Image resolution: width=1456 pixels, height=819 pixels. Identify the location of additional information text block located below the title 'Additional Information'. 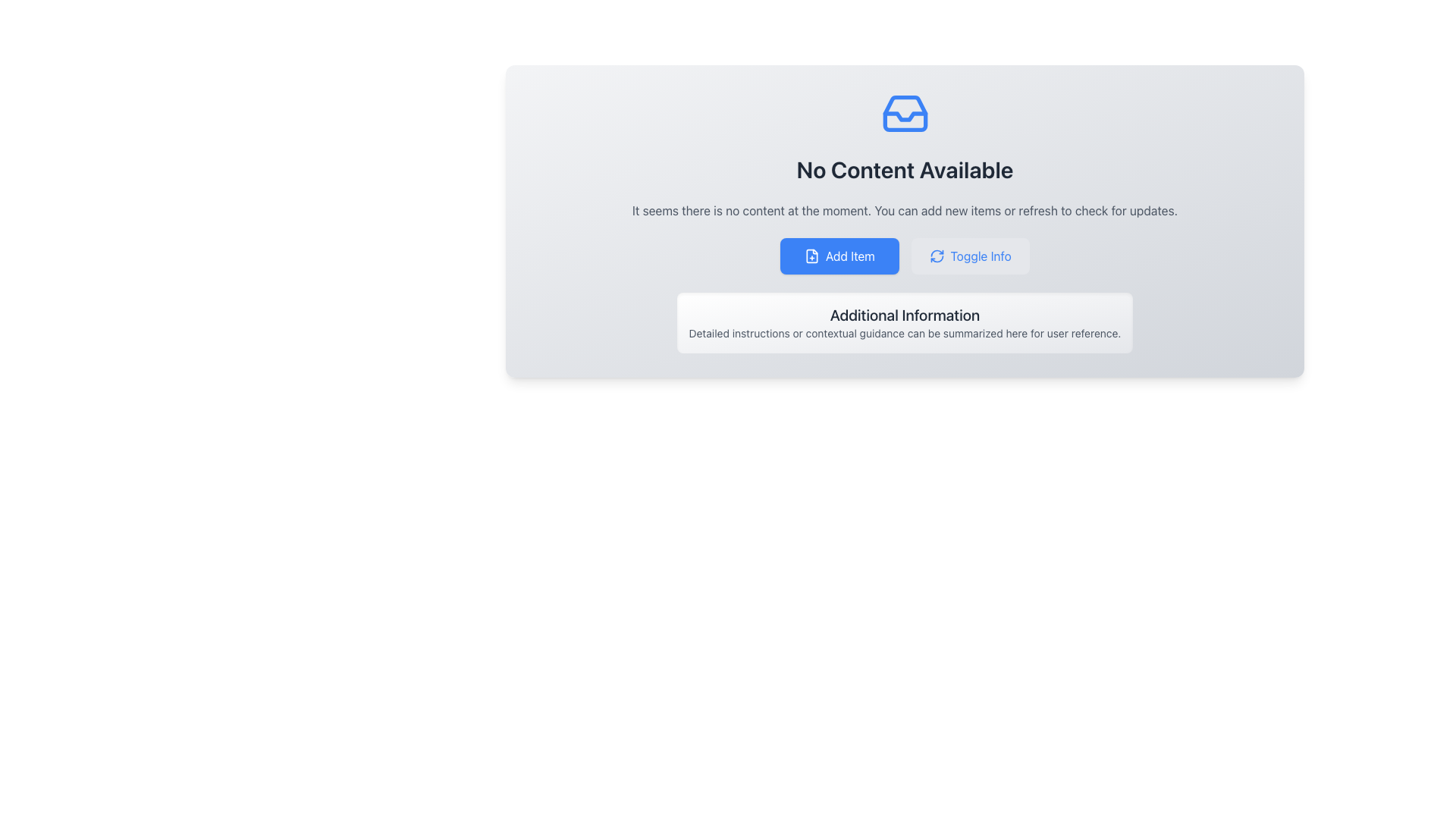
(905, 332).